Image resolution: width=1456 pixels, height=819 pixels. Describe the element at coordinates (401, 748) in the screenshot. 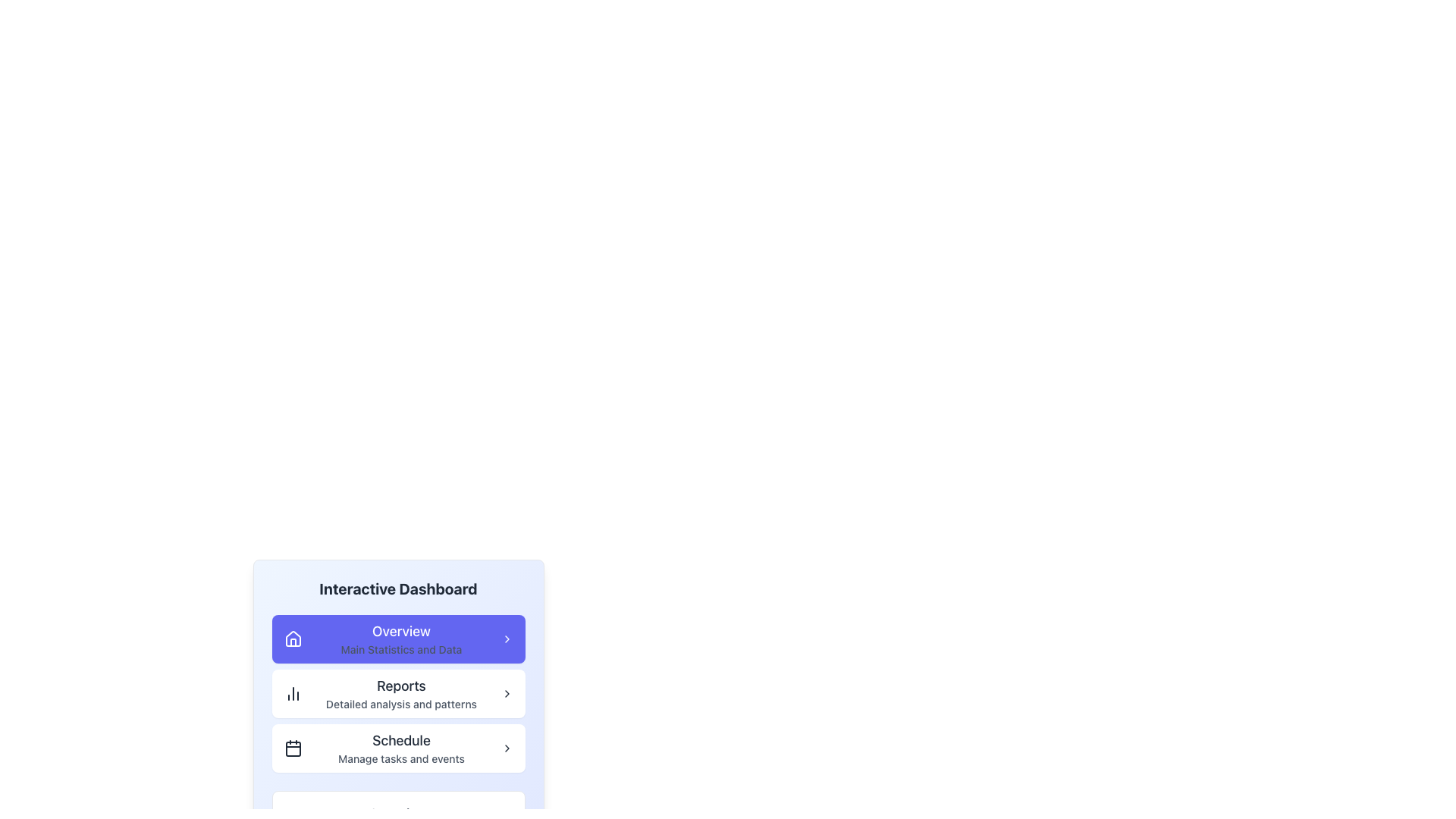

I see `the 'Schedule' text component within the menu item that includes an icon on the left and a chevron on the right, positioned below 'Interactive Dashboard'` at that location.